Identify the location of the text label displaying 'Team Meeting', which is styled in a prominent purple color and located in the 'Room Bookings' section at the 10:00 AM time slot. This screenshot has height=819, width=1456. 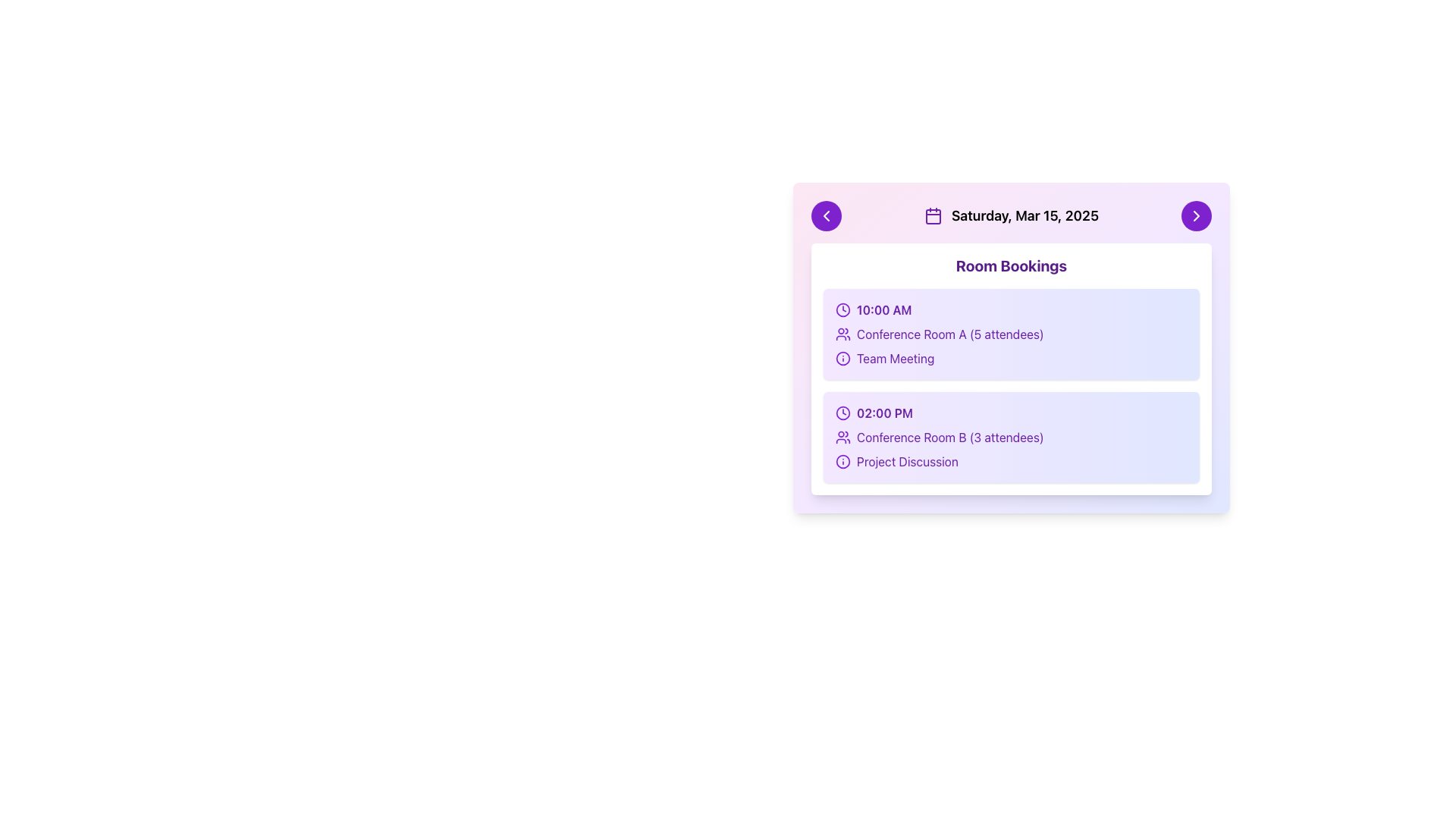
(896, 359).